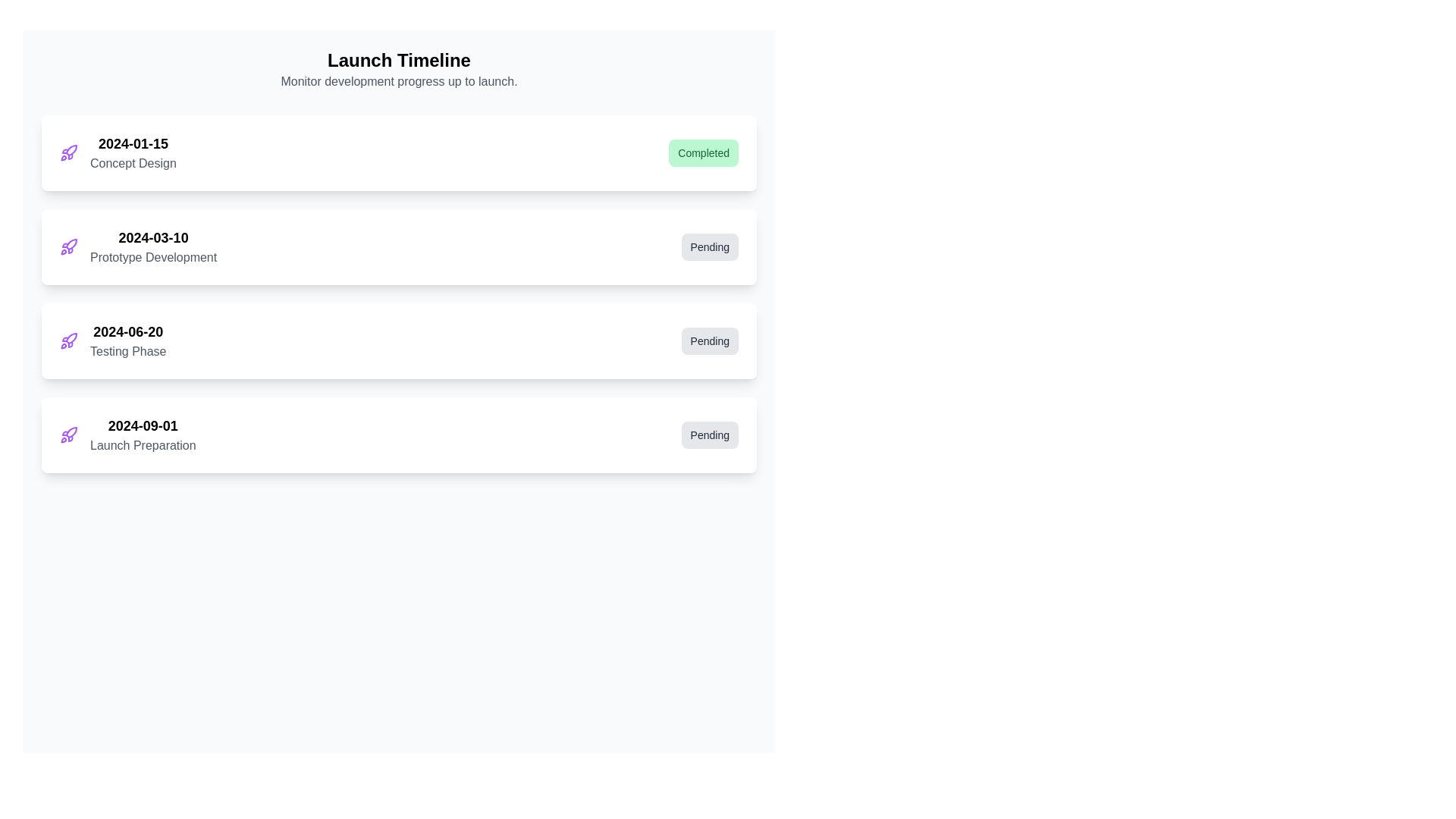  I want to click on date and name of the milestone displayed in the 'Prototype Development' text block, which is the second item in the 'Launch Timeline' vertical list, so click(153, 246).